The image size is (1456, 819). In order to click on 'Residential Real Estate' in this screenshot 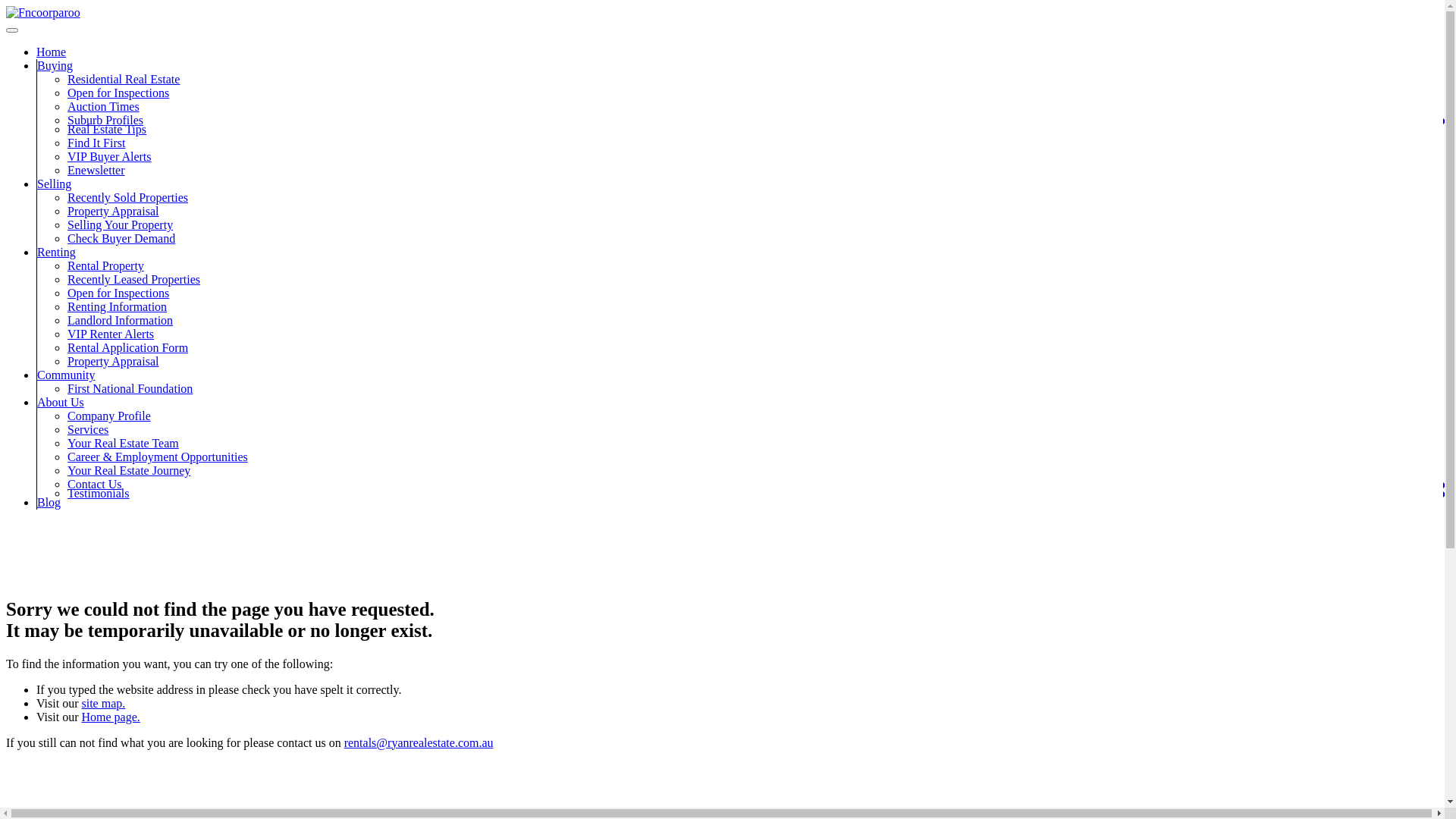, I will do `click(67, 79)`.